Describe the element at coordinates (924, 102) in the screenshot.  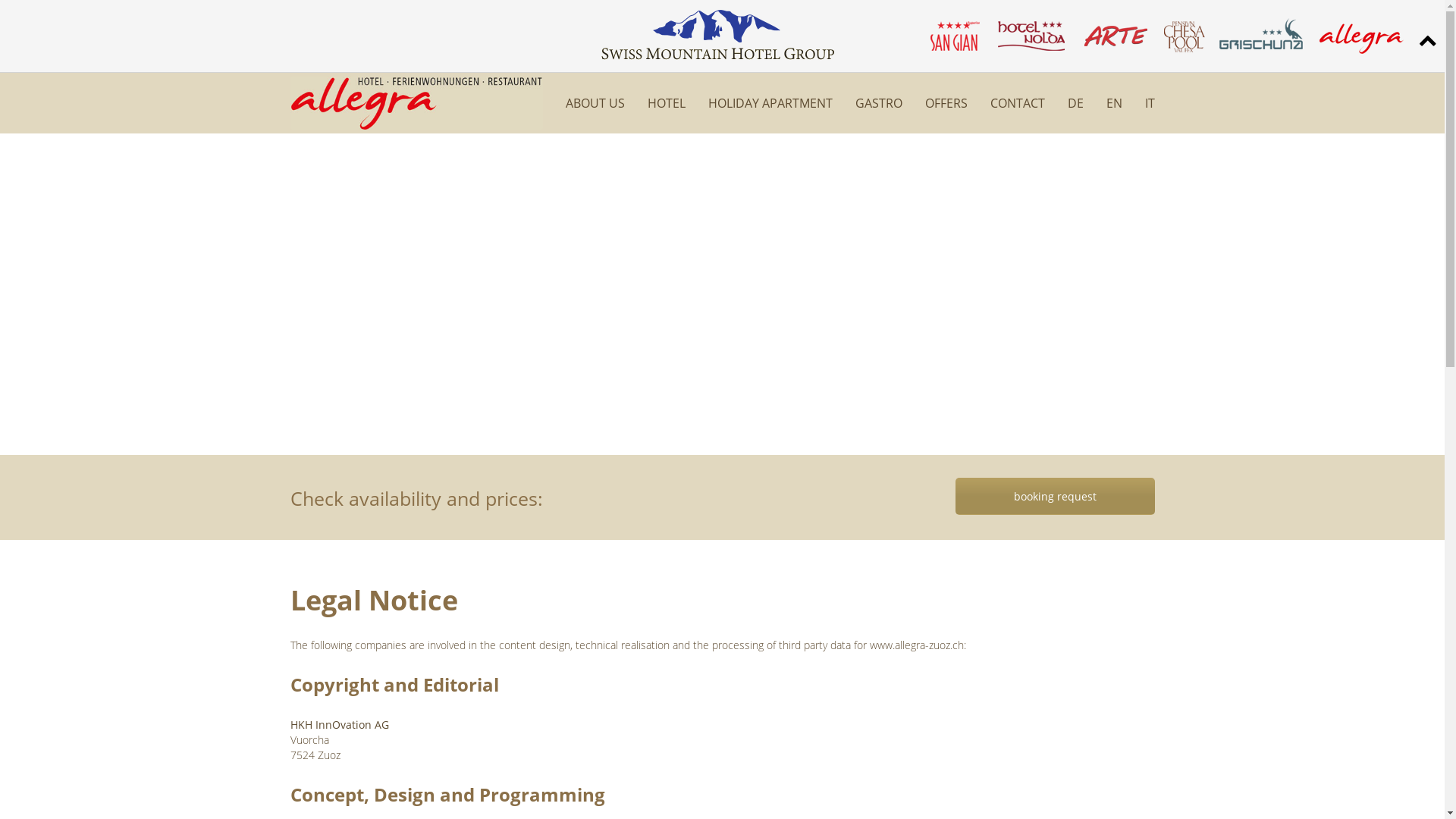
I see `'OFFERS'` at that location.